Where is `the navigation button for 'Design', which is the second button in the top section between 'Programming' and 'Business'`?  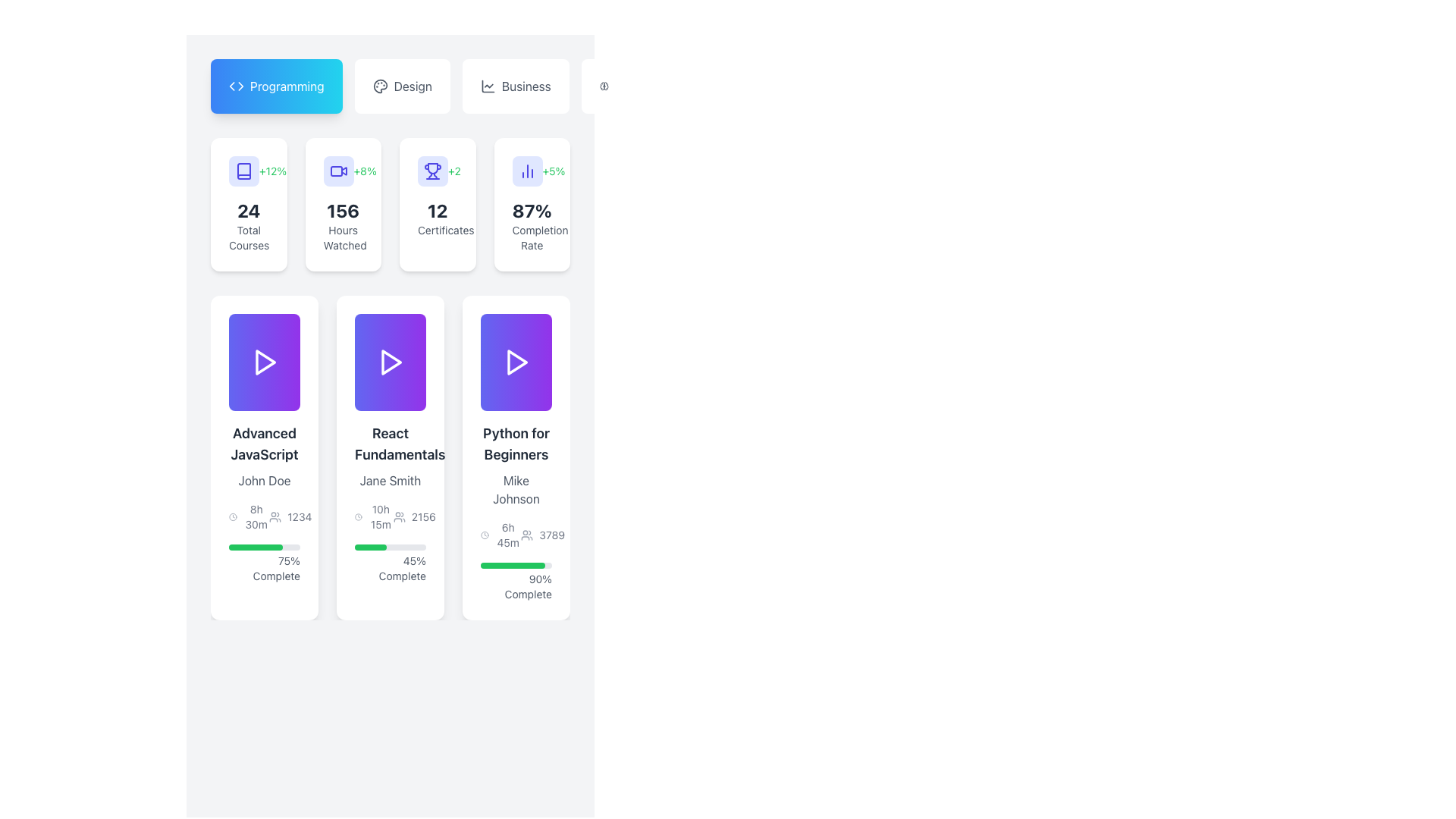 the navigation button for 'Design', which is the second button in the top section between 'Programming' and 'Business' is located at coordinates (402, 86).